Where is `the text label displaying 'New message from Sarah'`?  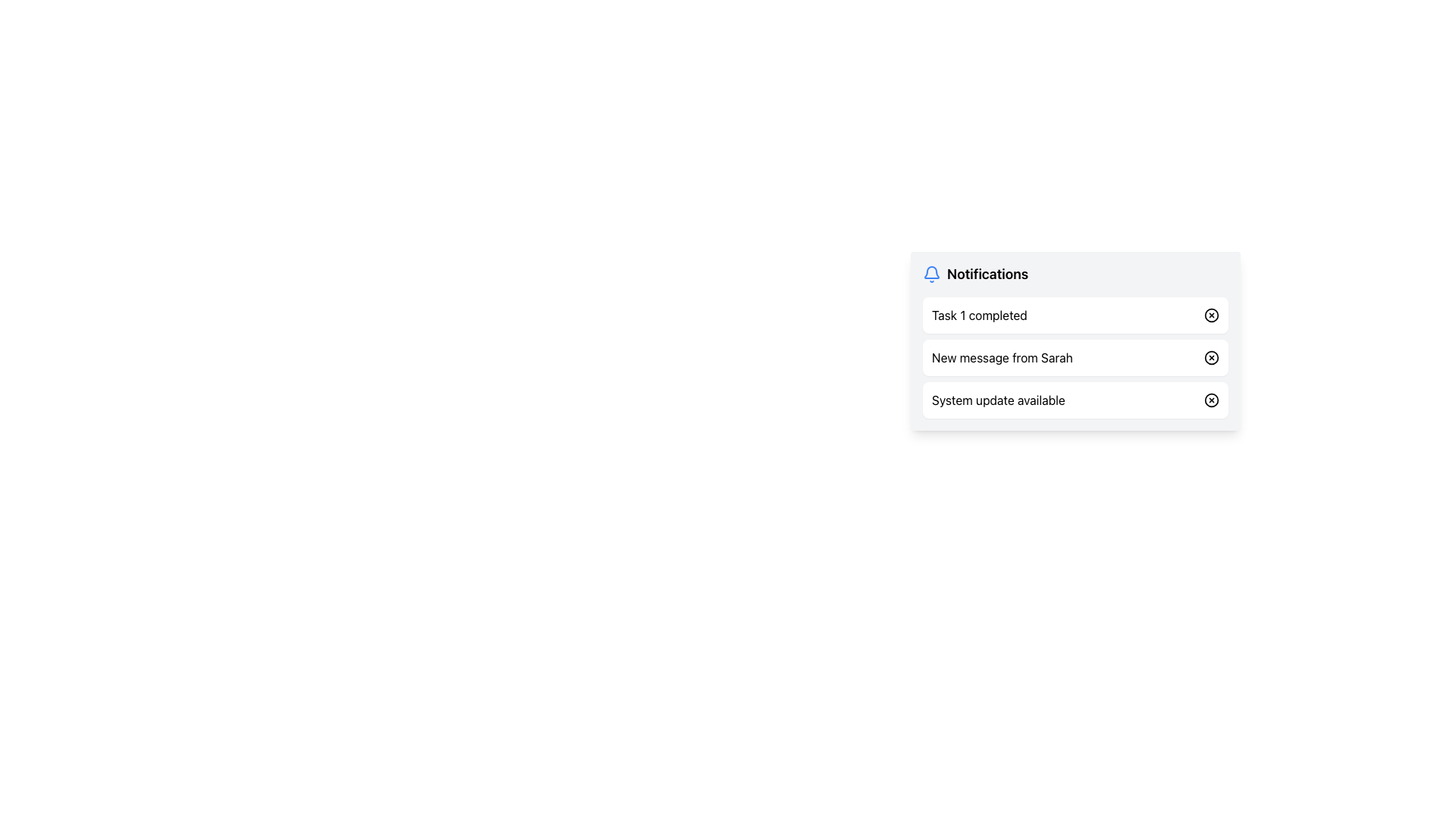 the text label displaying 'New message from Sarah' is located at coordinates (1002, 357).